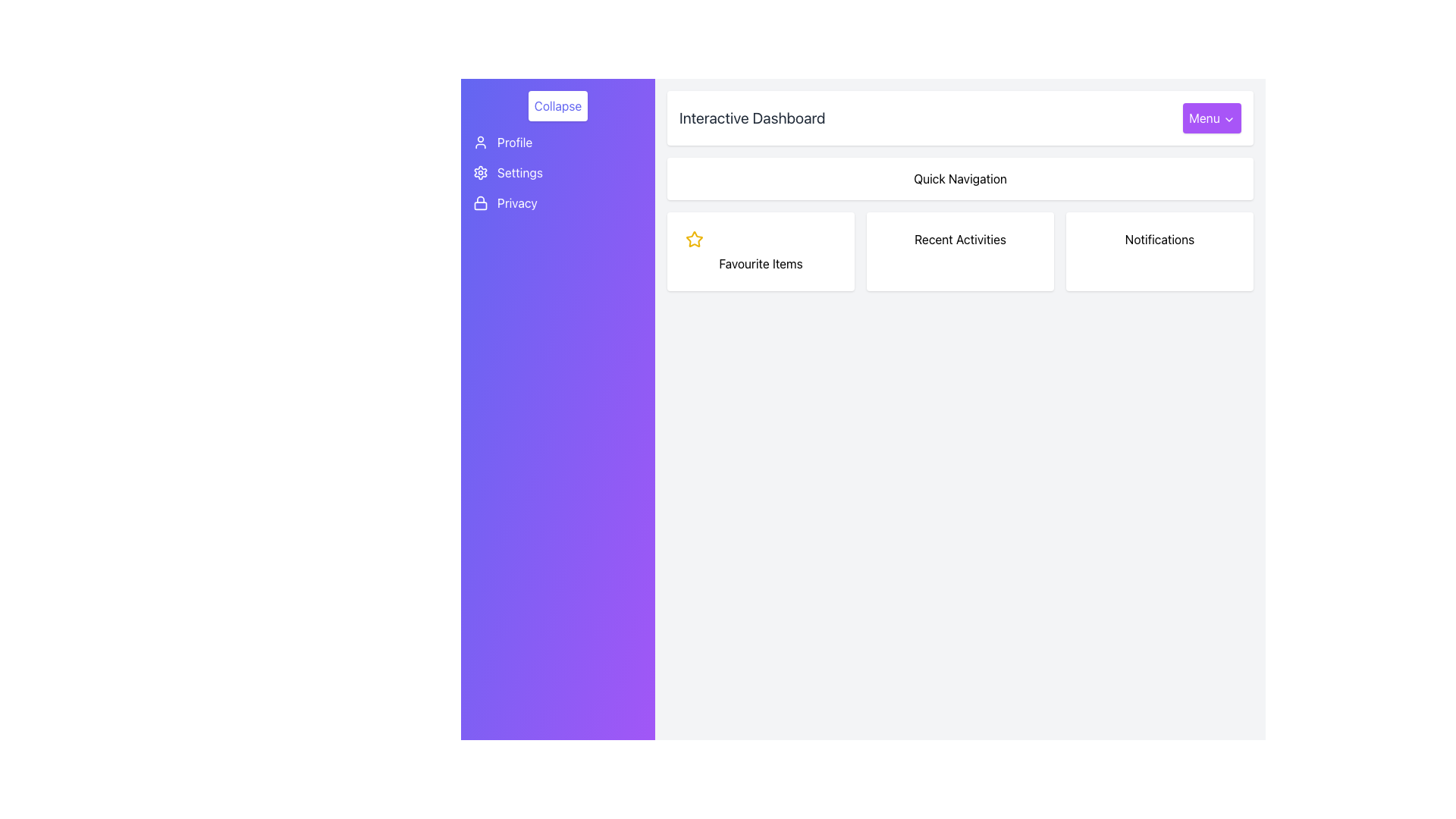 This screenshot has width=1456, height=819. I want to click on the lock-shaped icon with a purple stroke located in the left sidebar before the 'Privacy' text, so click(479, 202).